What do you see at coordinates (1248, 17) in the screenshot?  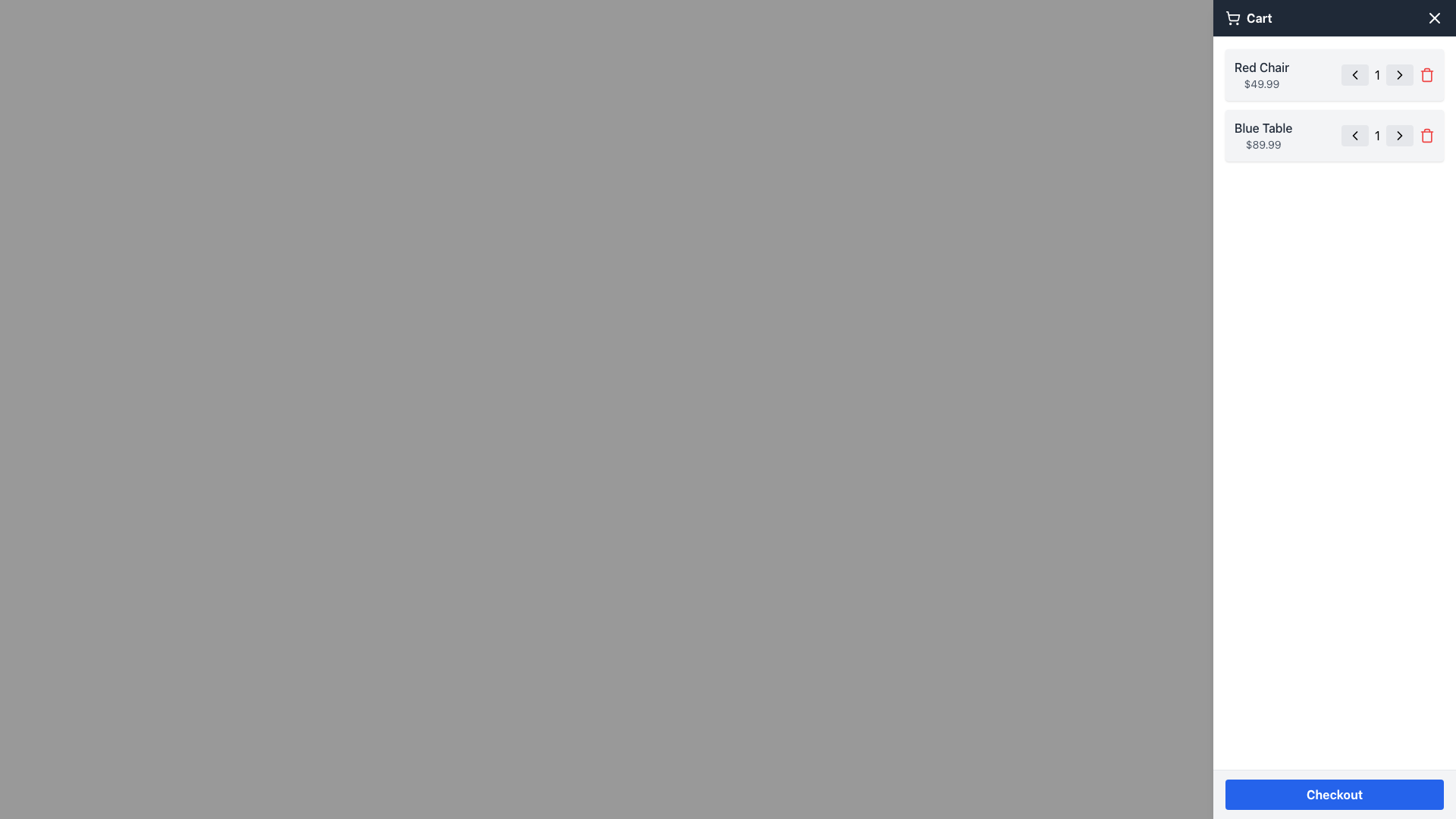 I see `the 'Cart' text label with icon located at the top-right corner of the header, styled with bold white font against a dark background` at bounding box center [1248, 17].